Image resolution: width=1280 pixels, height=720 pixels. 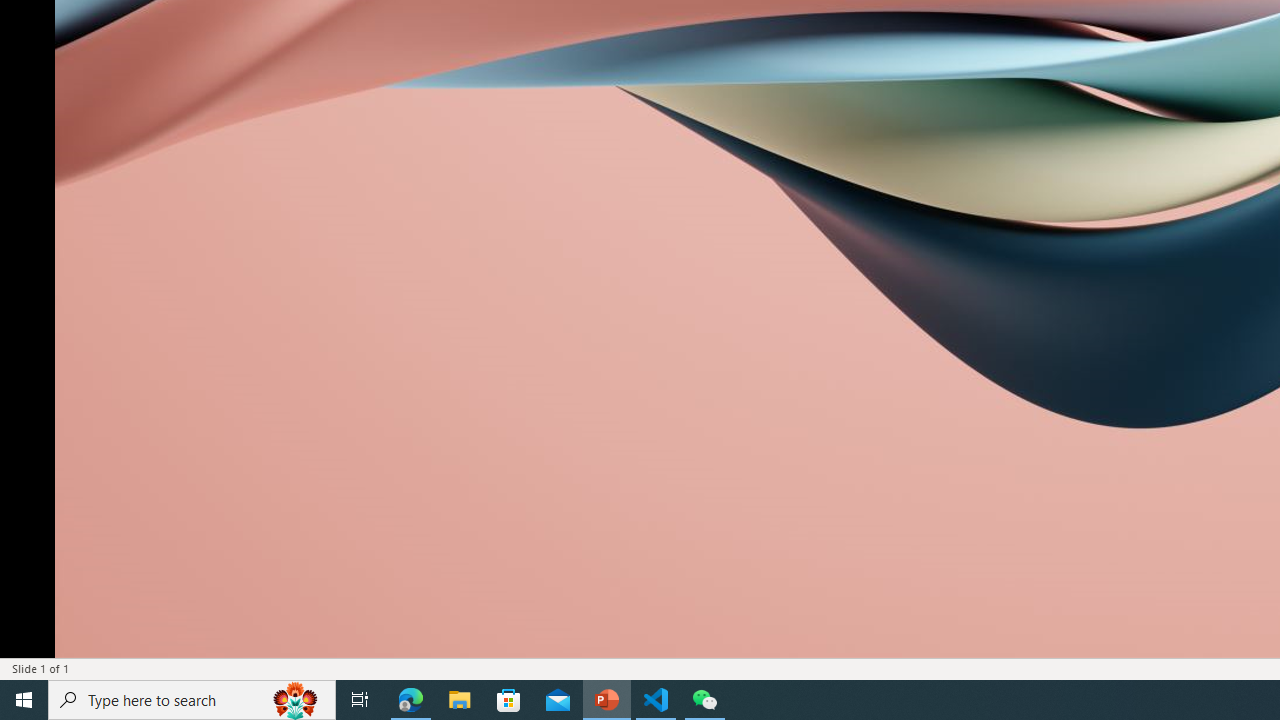 I want to click on 'Microsoft Edge - 1 running window', so click(x=410, y=698).